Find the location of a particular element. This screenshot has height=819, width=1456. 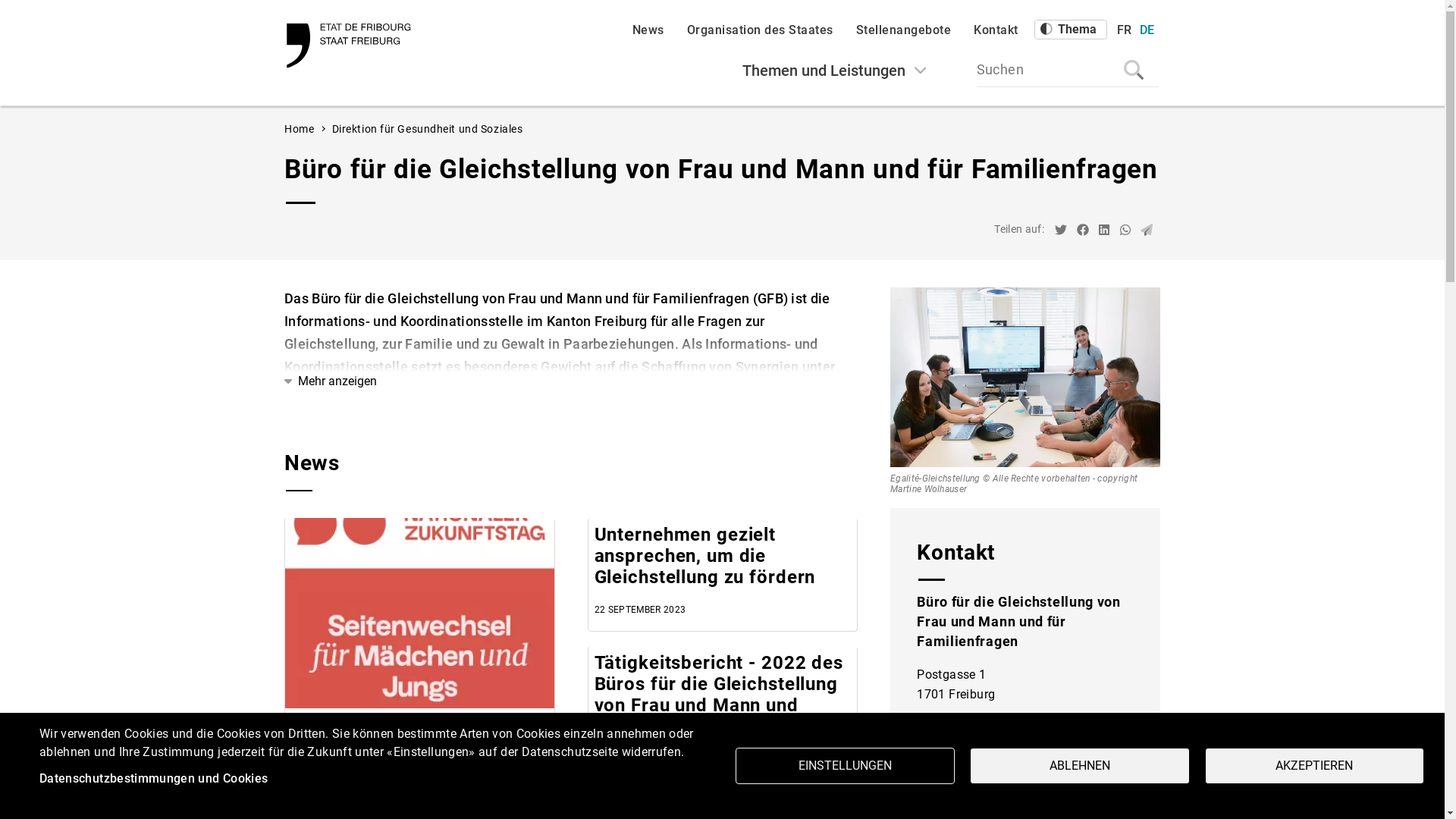

'Staat Freiburg' is located at coordinates (350, 45).